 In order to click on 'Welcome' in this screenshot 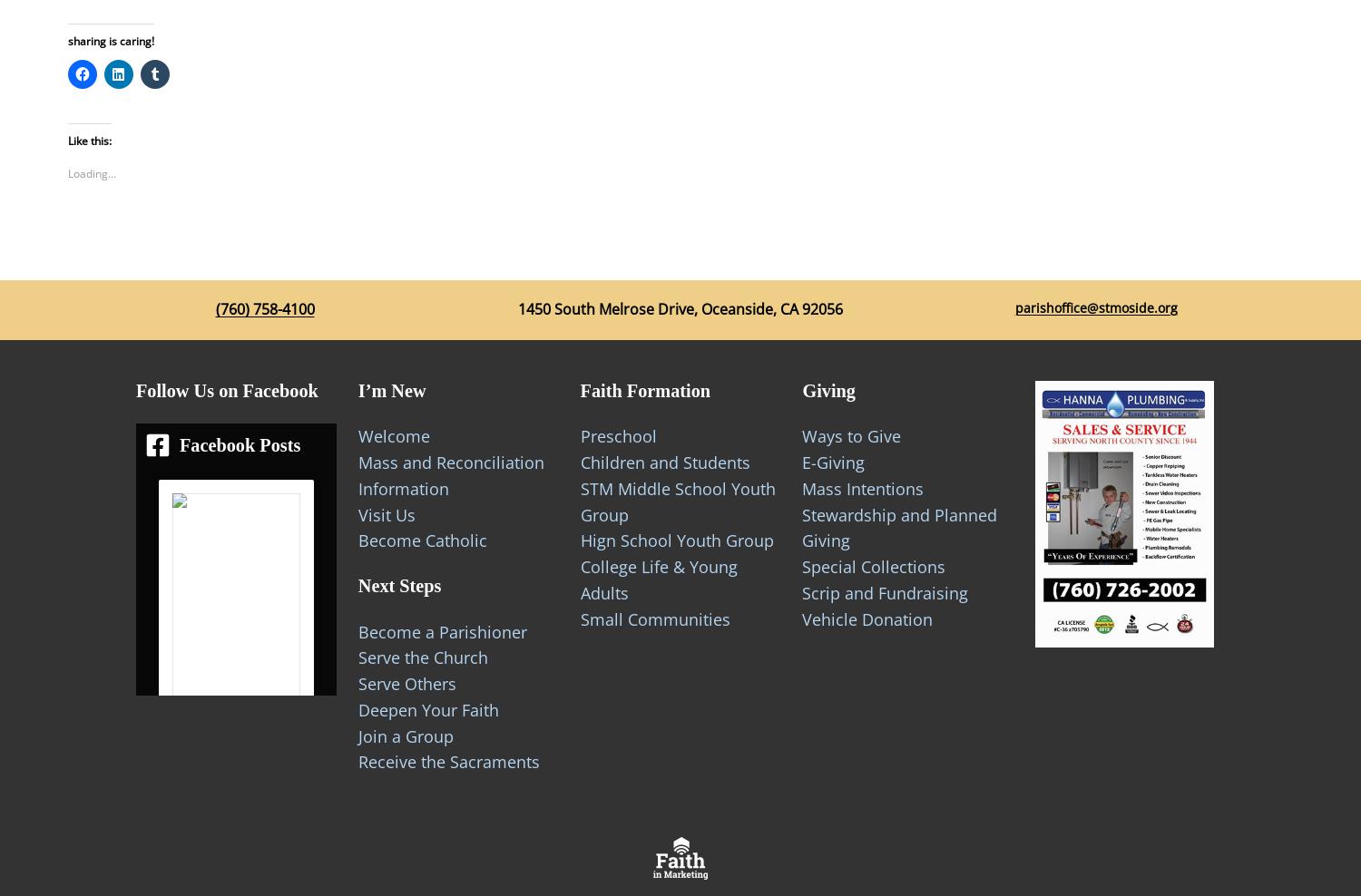, I will do `click(393, 435)`.